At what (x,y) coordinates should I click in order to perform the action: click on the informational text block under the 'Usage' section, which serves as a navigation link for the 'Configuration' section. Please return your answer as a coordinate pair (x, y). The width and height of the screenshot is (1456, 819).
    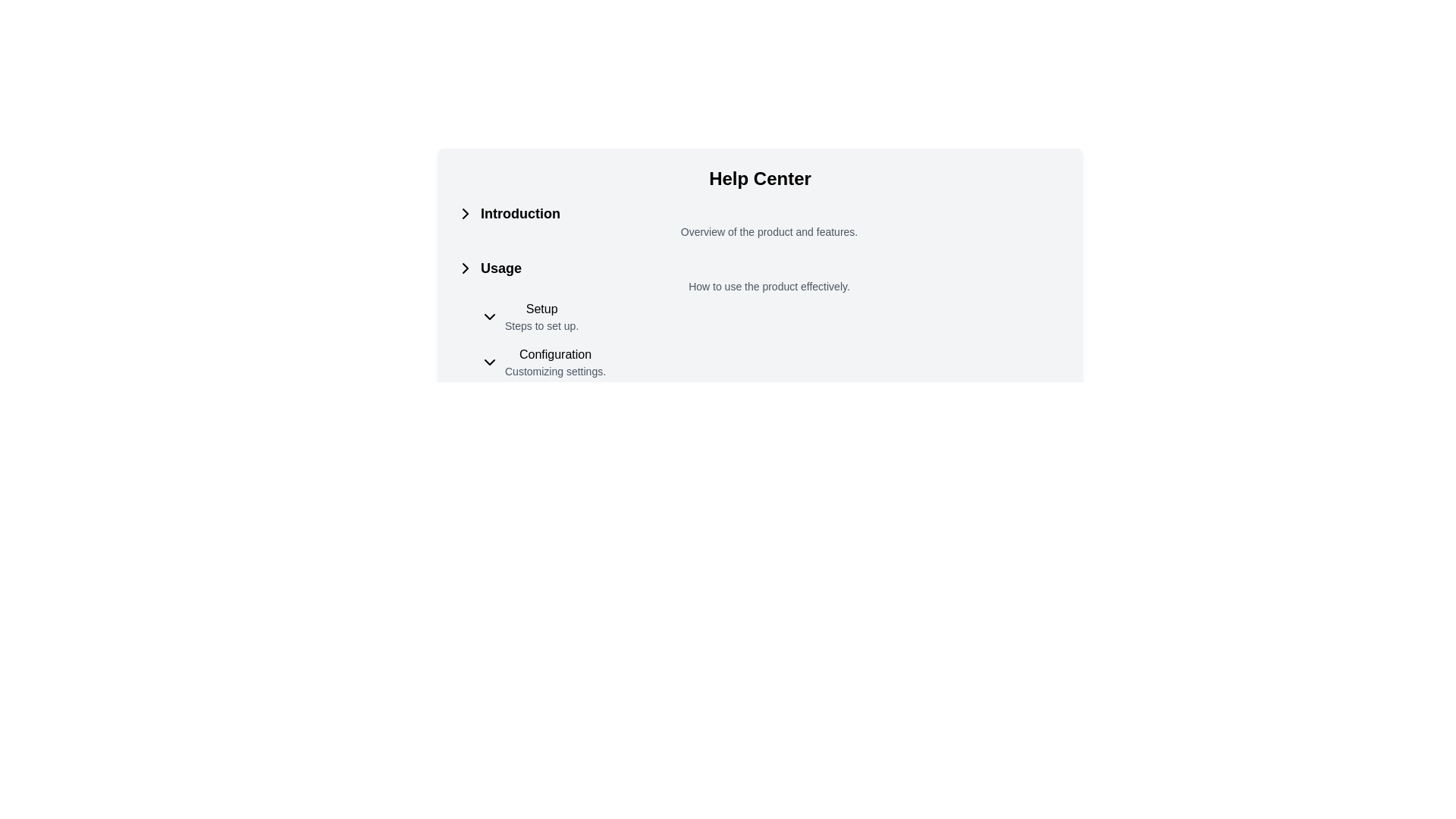
    Looking at the image, I should click on (554, 362).